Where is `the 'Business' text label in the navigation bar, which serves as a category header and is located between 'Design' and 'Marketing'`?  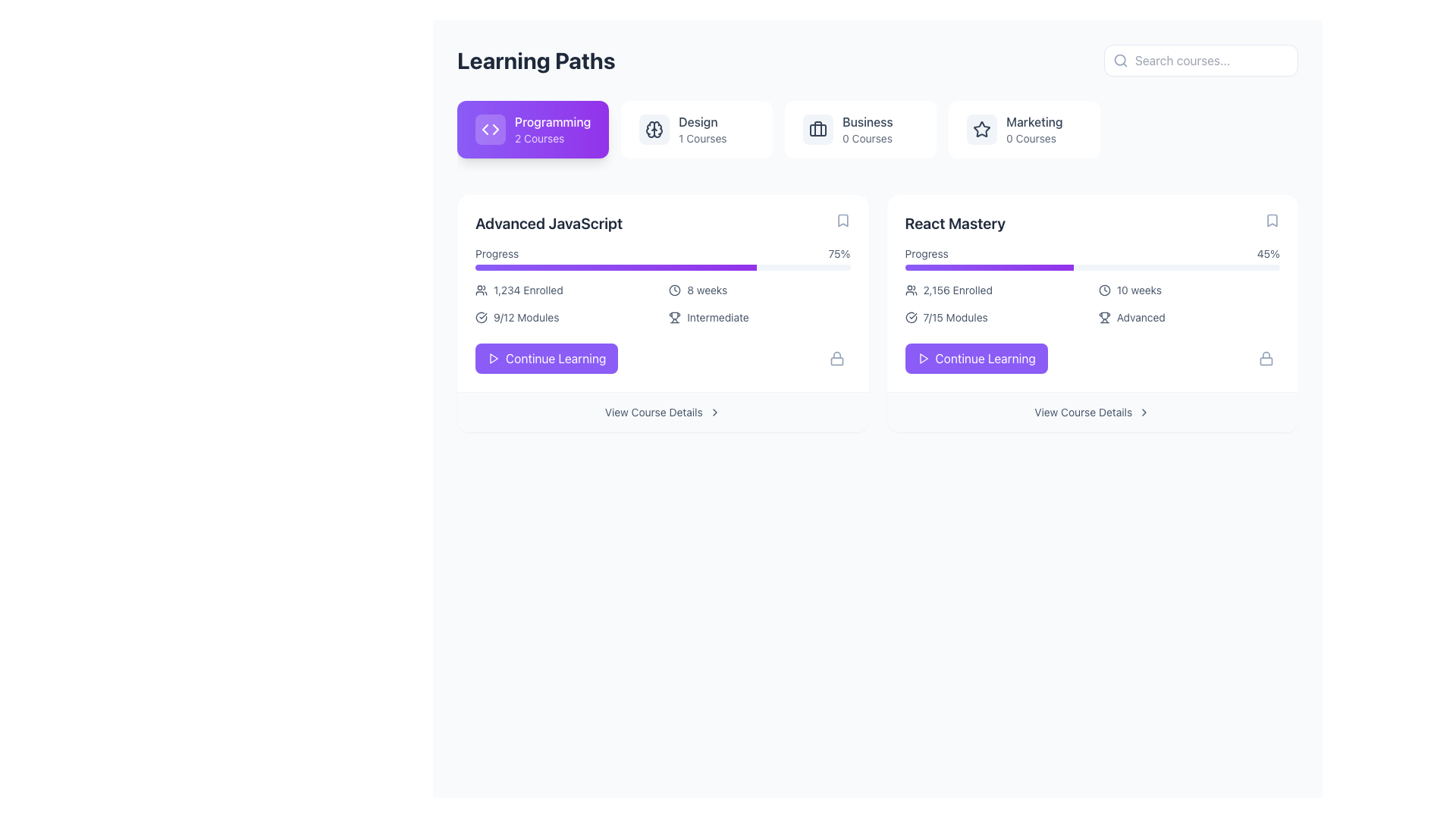 the 'Business' text label in the navigation bar, which serves as a category header and is located between 'Design' and 'Marketing' is located at coordinates (868, 121).